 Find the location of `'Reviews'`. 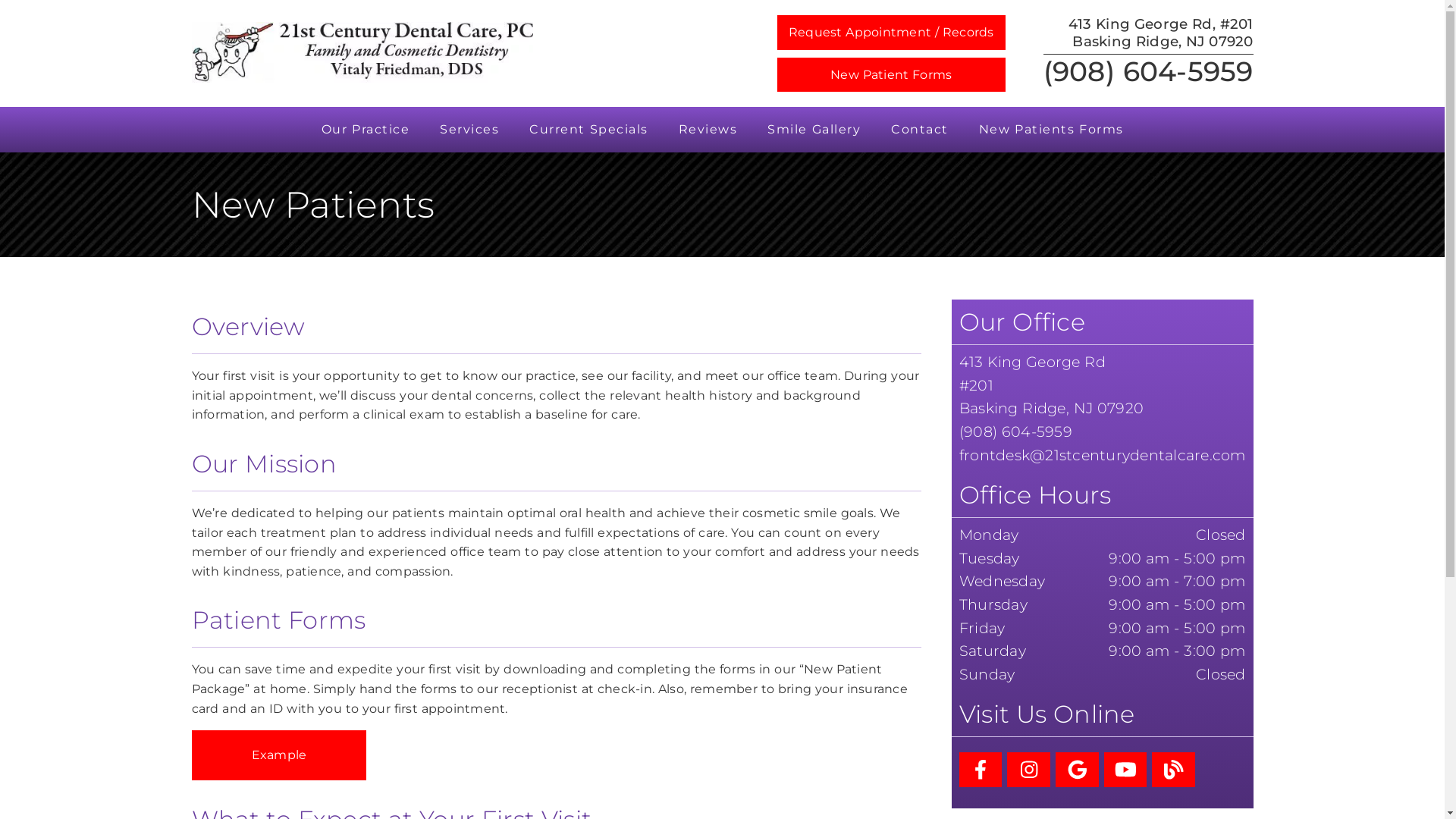

'Reviews' is located at coordinates (706, 128).